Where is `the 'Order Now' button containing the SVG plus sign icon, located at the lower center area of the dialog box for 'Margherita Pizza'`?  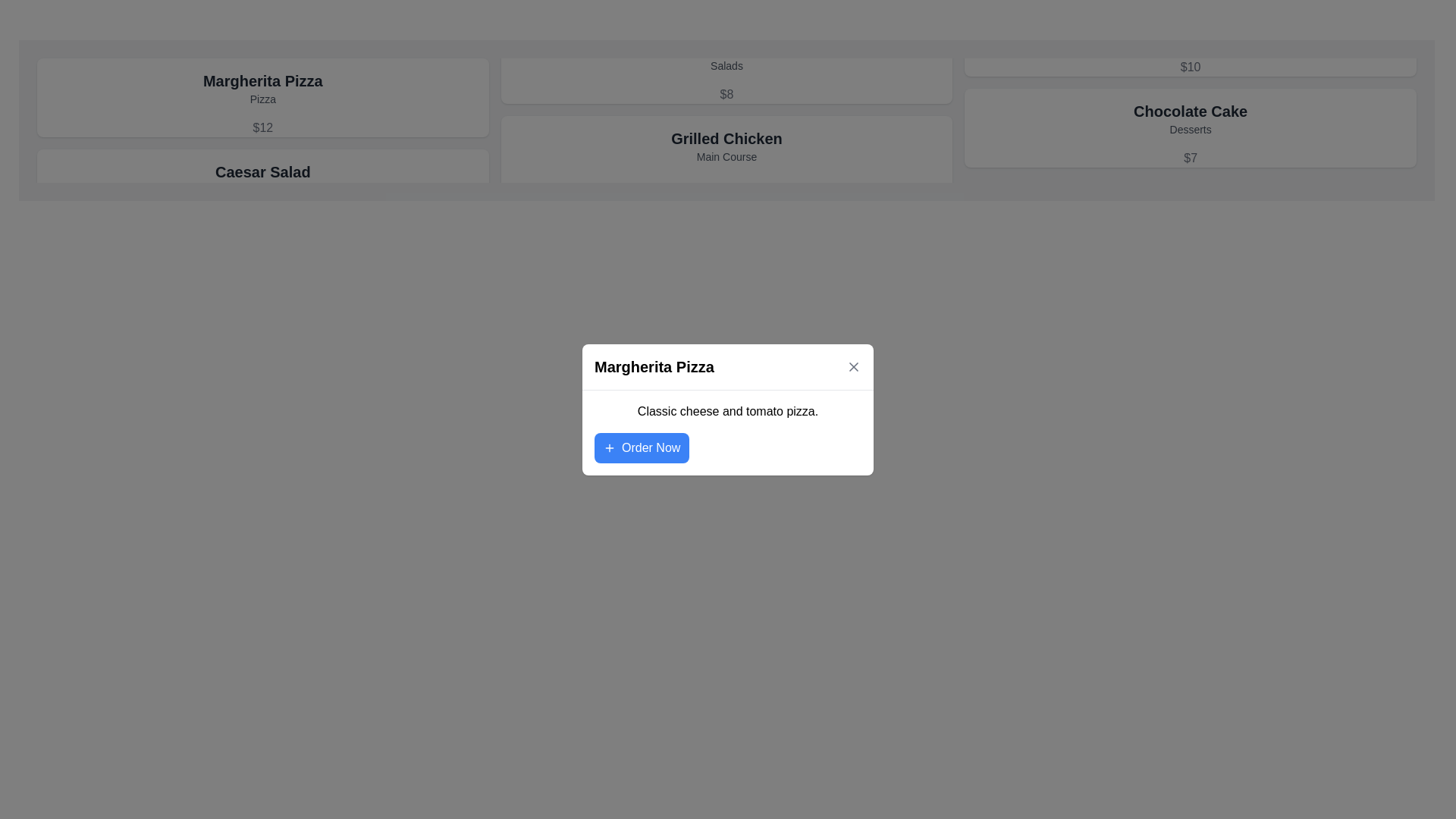
the 'Order Now' button containing the SVG plus sign icon, located at the lower center area of the dialog box for 'Margherita Pizza' is located at coordinates (610, 447).